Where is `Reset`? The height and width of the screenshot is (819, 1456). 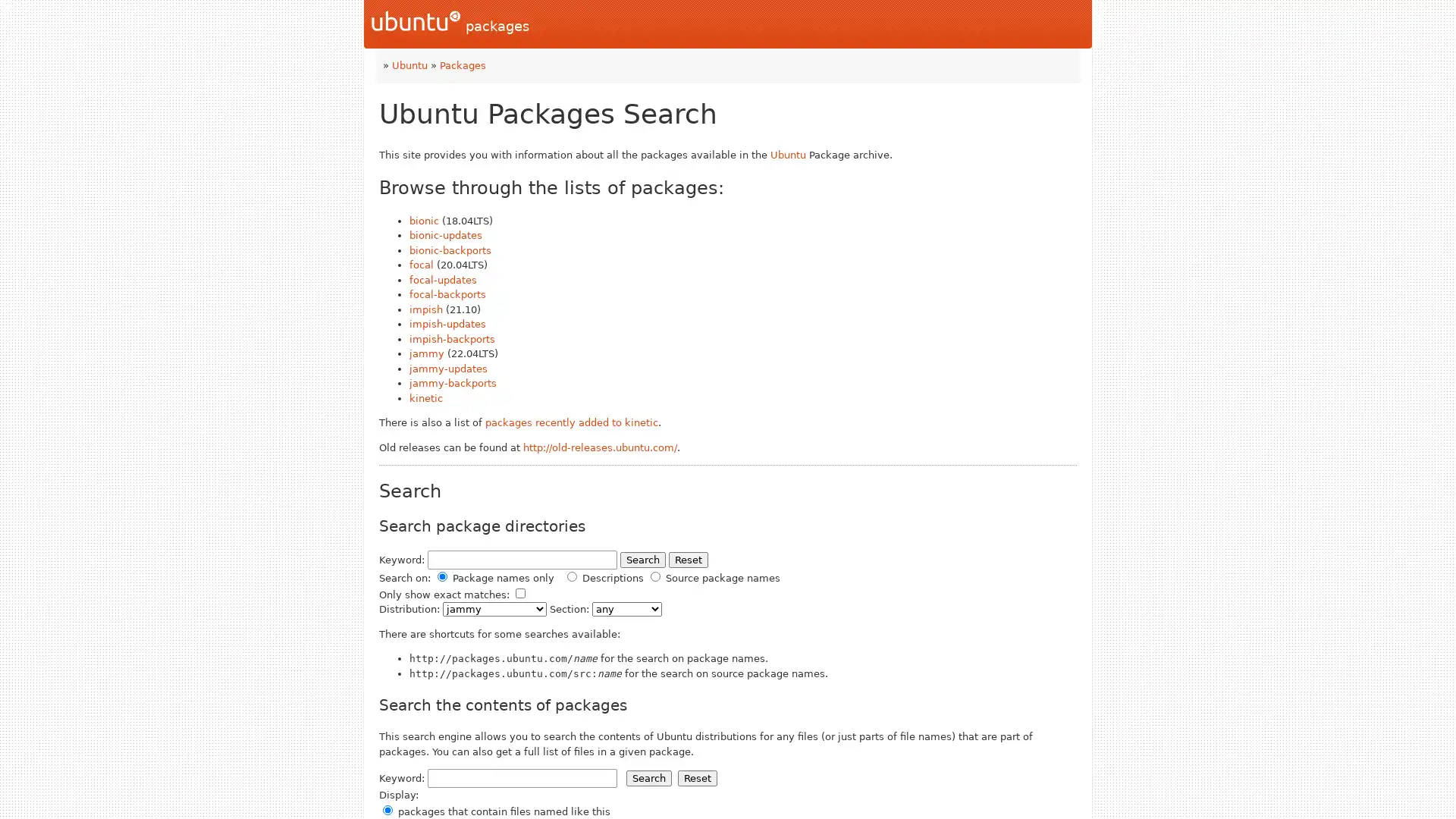
Reset is located at coordinates (687, 560).